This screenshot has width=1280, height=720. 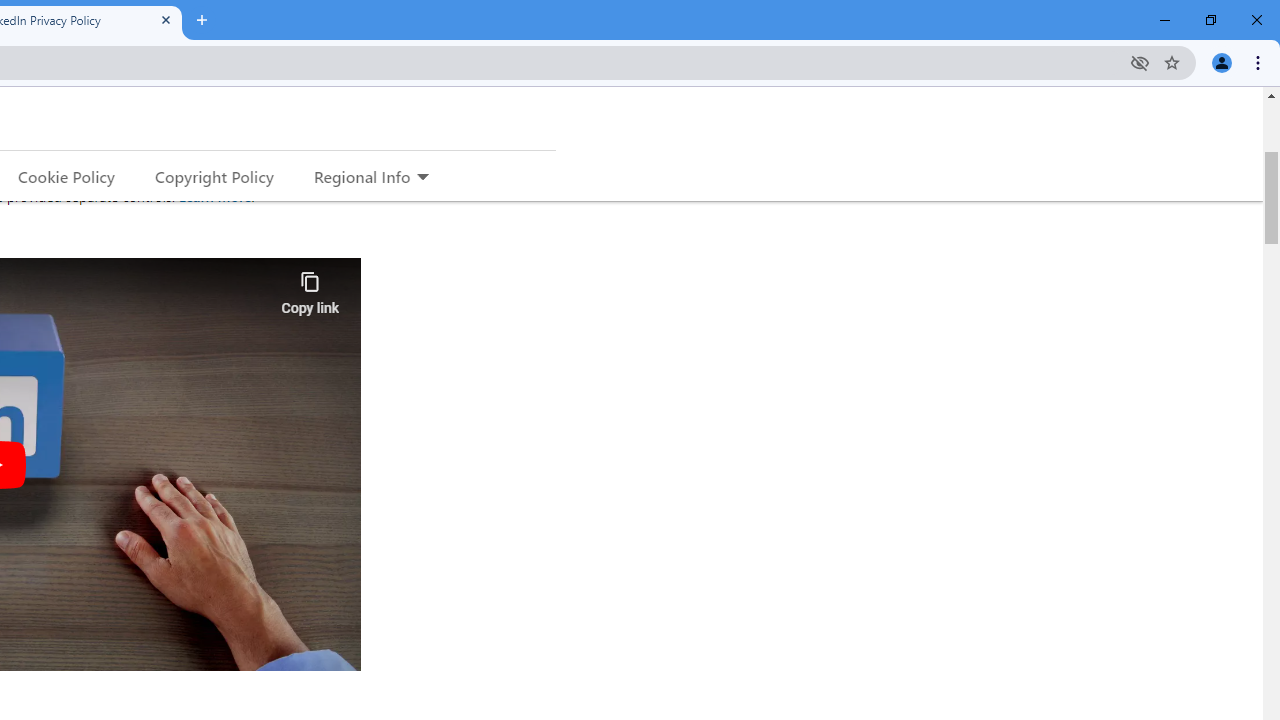 What do you see at coordinates (362, 175) in the screenshot?
I see `'Regional Info'` at bounding box center [362, 175].